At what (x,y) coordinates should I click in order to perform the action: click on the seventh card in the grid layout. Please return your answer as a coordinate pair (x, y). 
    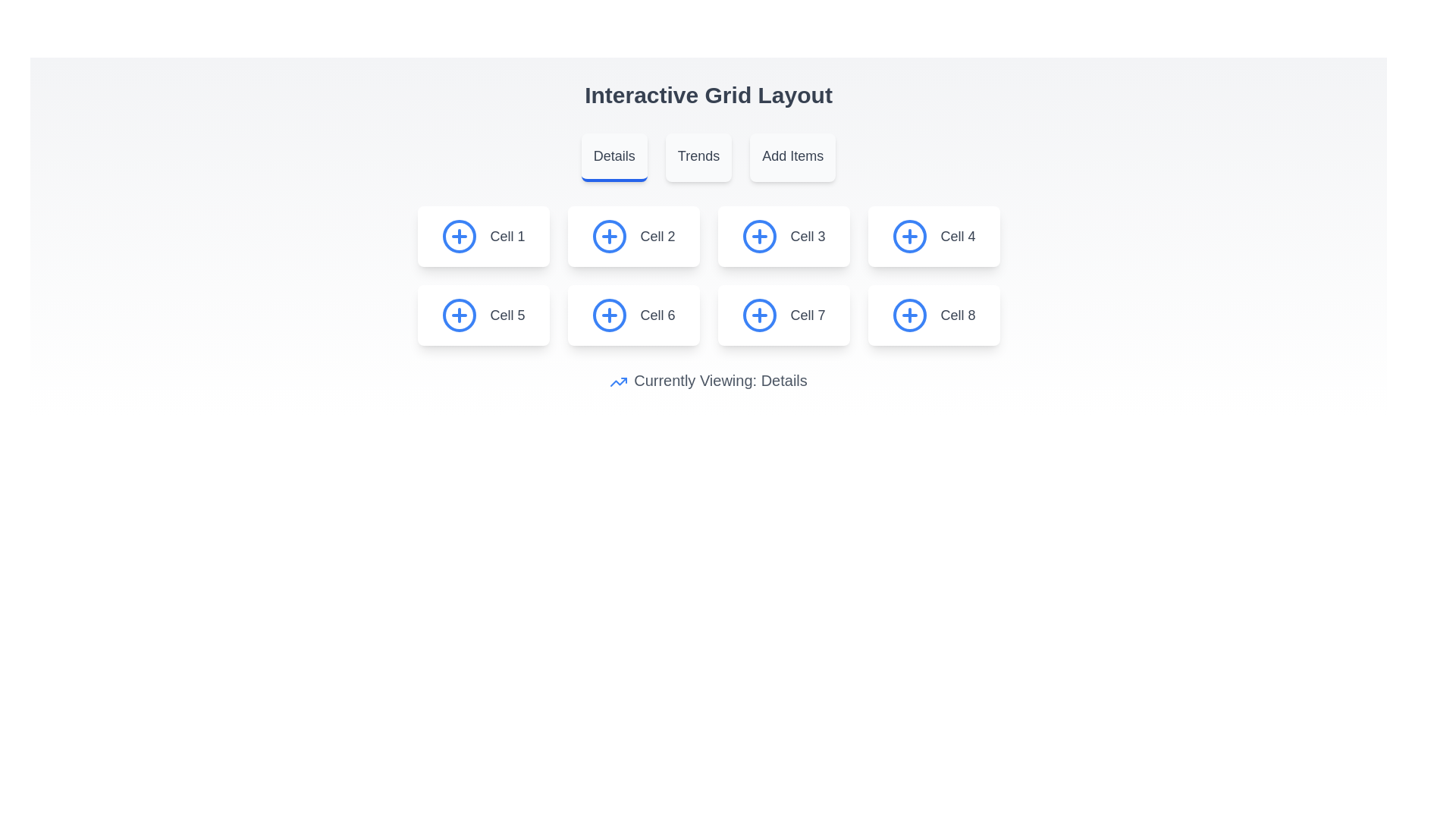
    Looking at the image, I should click on (783, 315).